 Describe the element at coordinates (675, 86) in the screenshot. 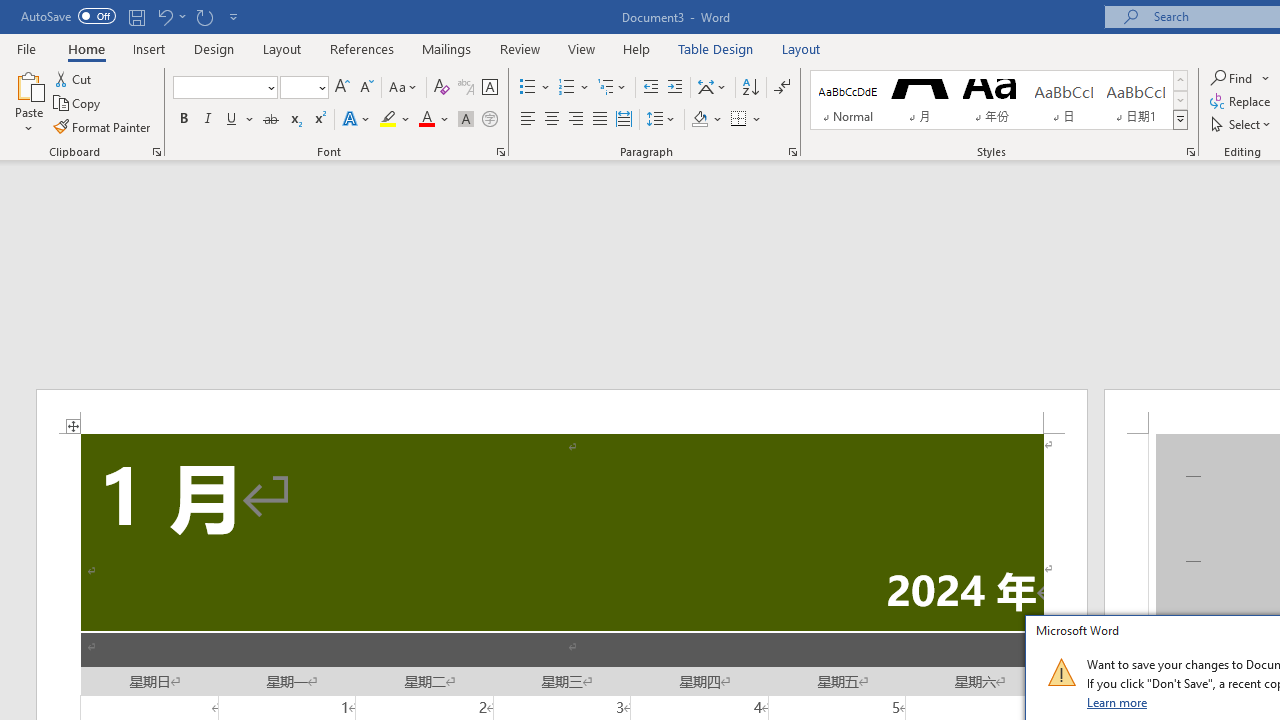

I see `'Increase Indent'` at that location.